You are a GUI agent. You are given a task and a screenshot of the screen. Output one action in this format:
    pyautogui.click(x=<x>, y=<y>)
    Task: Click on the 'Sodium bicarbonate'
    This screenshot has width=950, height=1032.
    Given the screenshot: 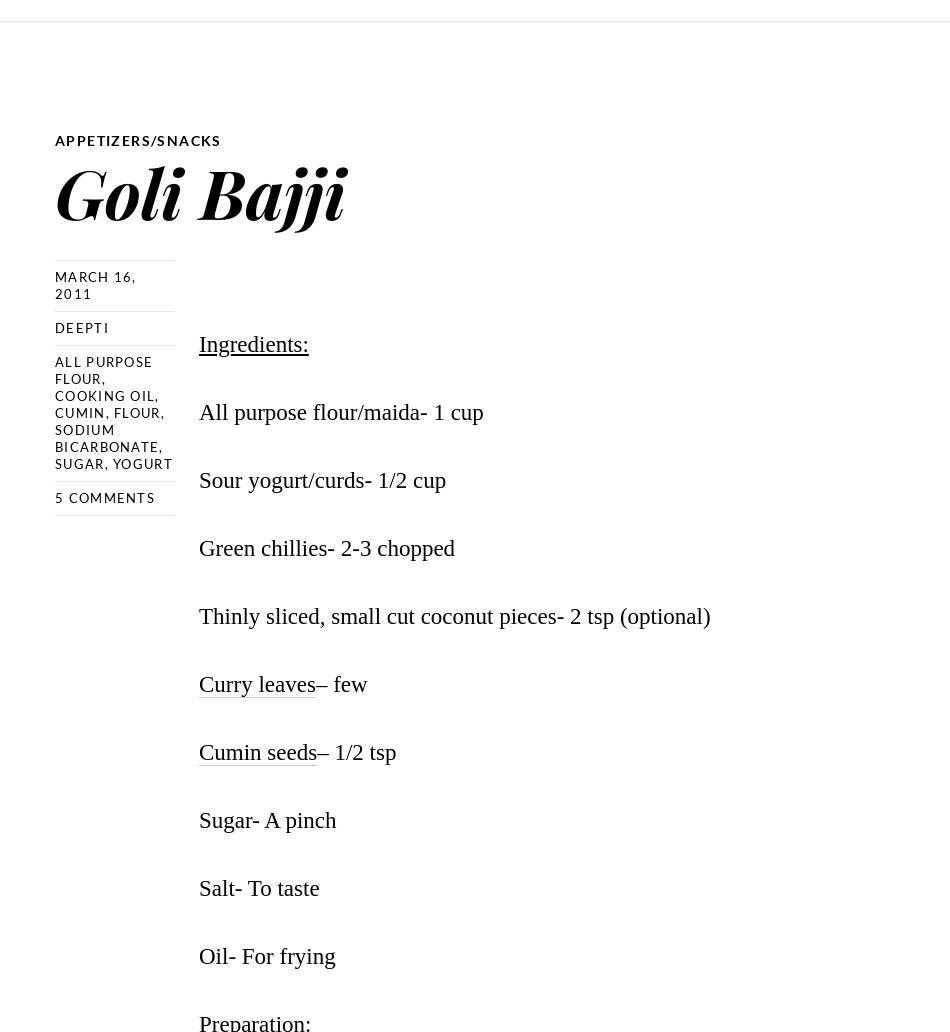 What is the action you would take?
    pyautogui.click(x=106, y=437)
    